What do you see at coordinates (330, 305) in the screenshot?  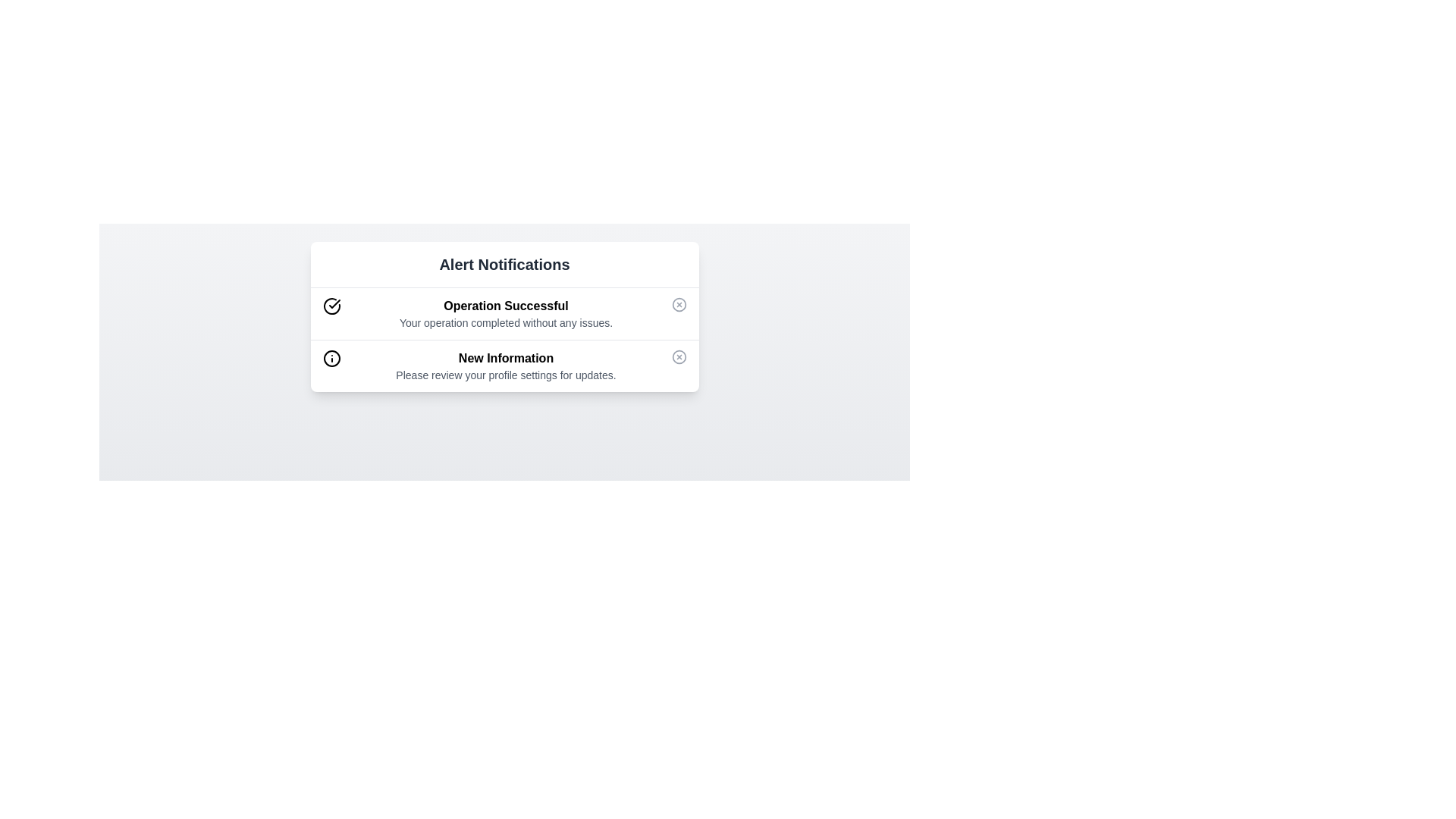 I see `the circular status icon with a checkmark located adjacent to the 'Operation Successful' notification` at bounding box center [330, 305].